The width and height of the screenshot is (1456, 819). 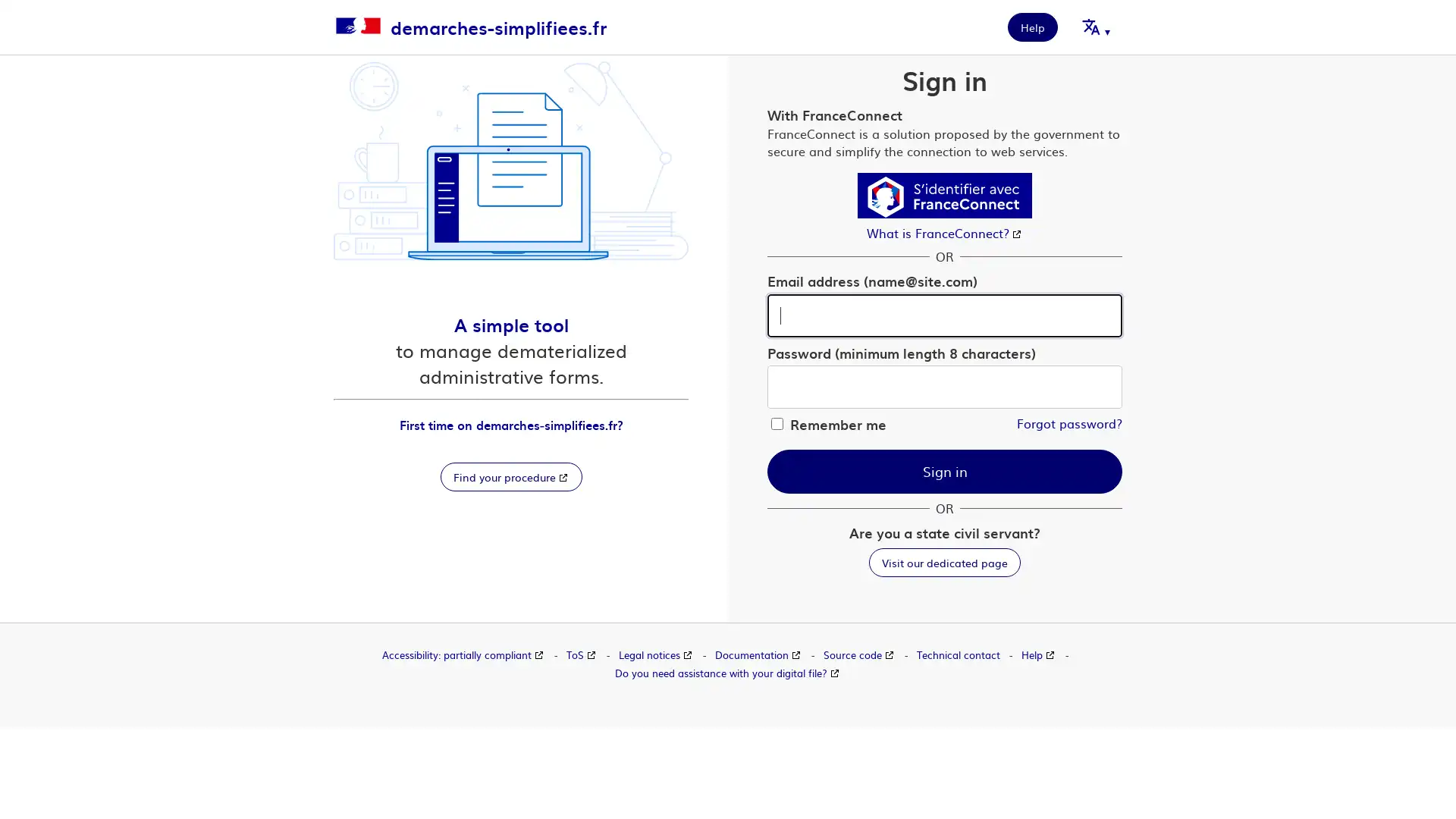 I want to click on Sign in, so click(x=944, y=470).